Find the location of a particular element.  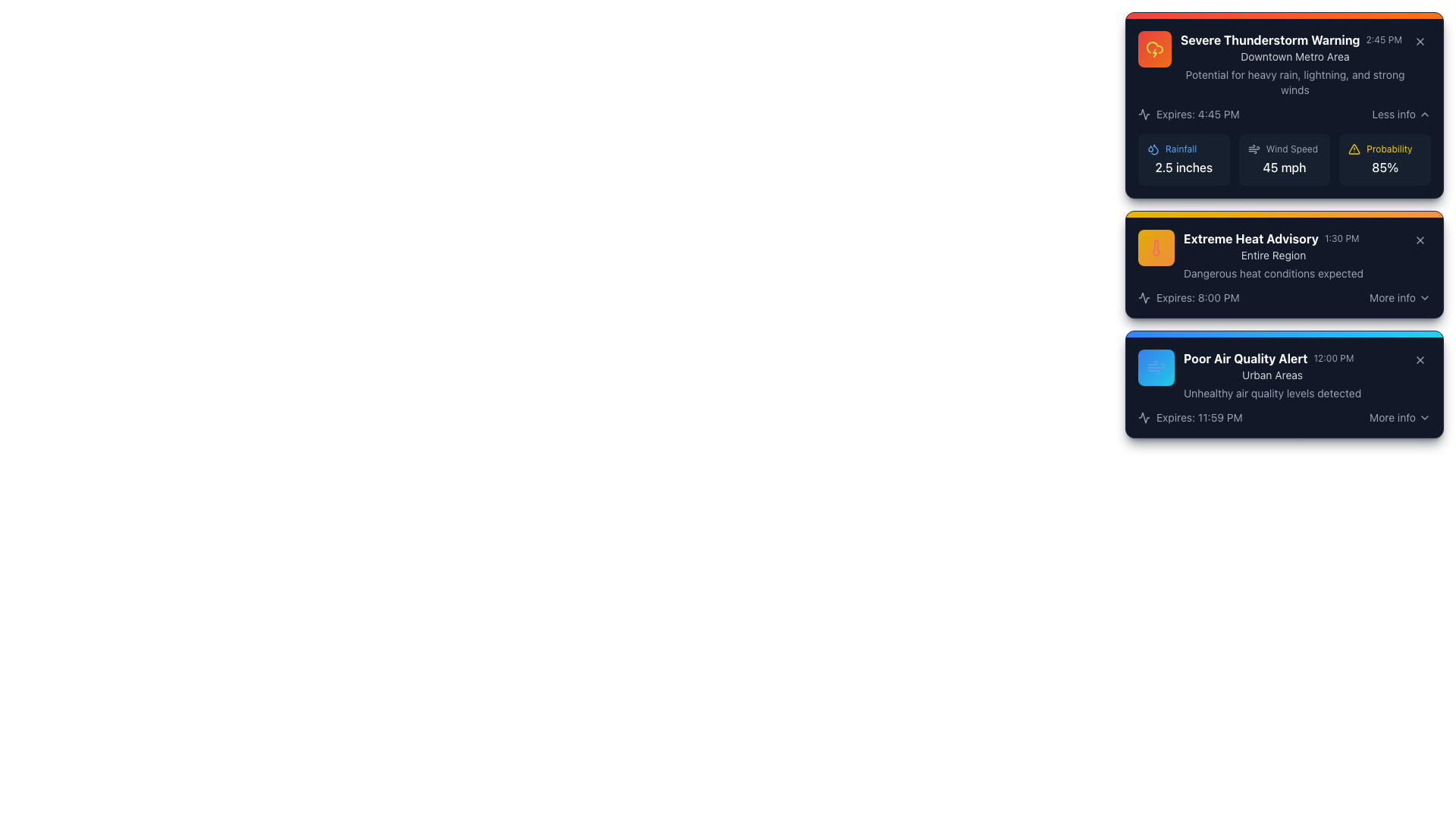

the small white 'x' icon close button located at the top-right corner of the 'Extreme Heat Advisory' alert card is located at coordinates (1419, 239).